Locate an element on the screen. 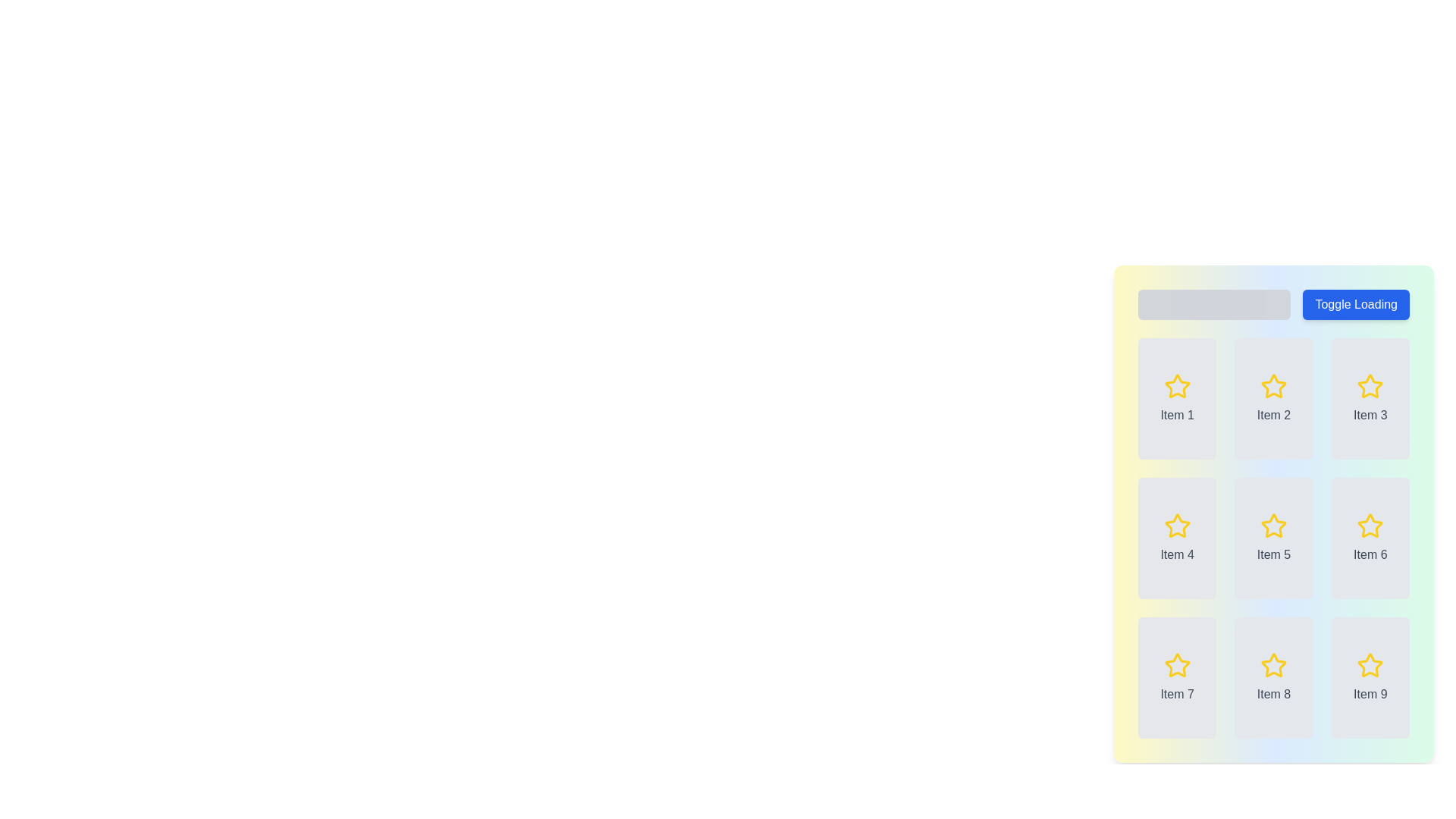 The height and width of the screenshot is (819, 1456). the rectangular panel labeled 'Item 9' located at the bottom-right corner of the grid to view its details is located at coordinates (1370, 677).